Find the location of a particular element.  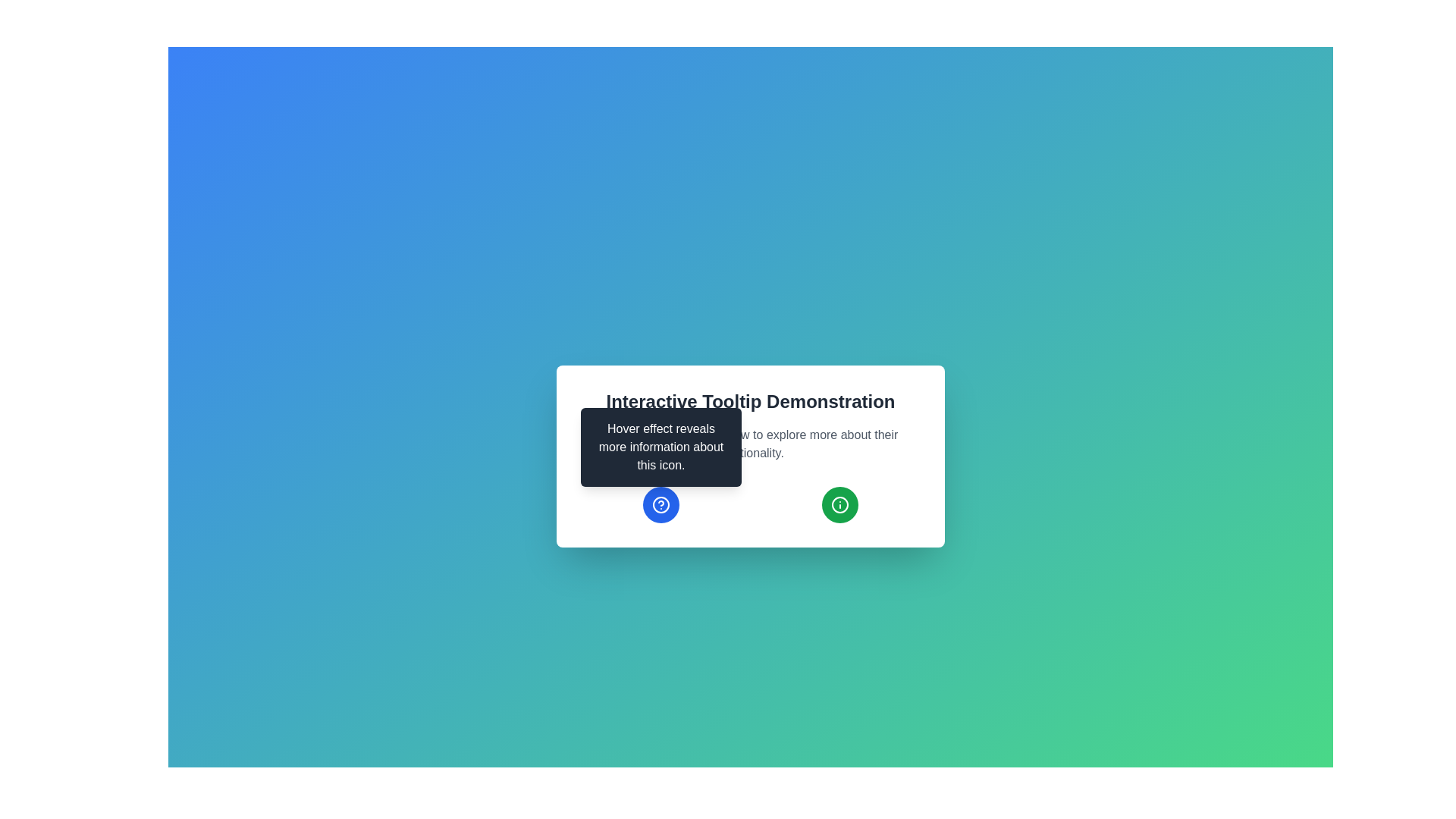

the round button with an icon located on the right side of the modal interface, which is the second button in the grid layout is located at coordinates (839, 505).